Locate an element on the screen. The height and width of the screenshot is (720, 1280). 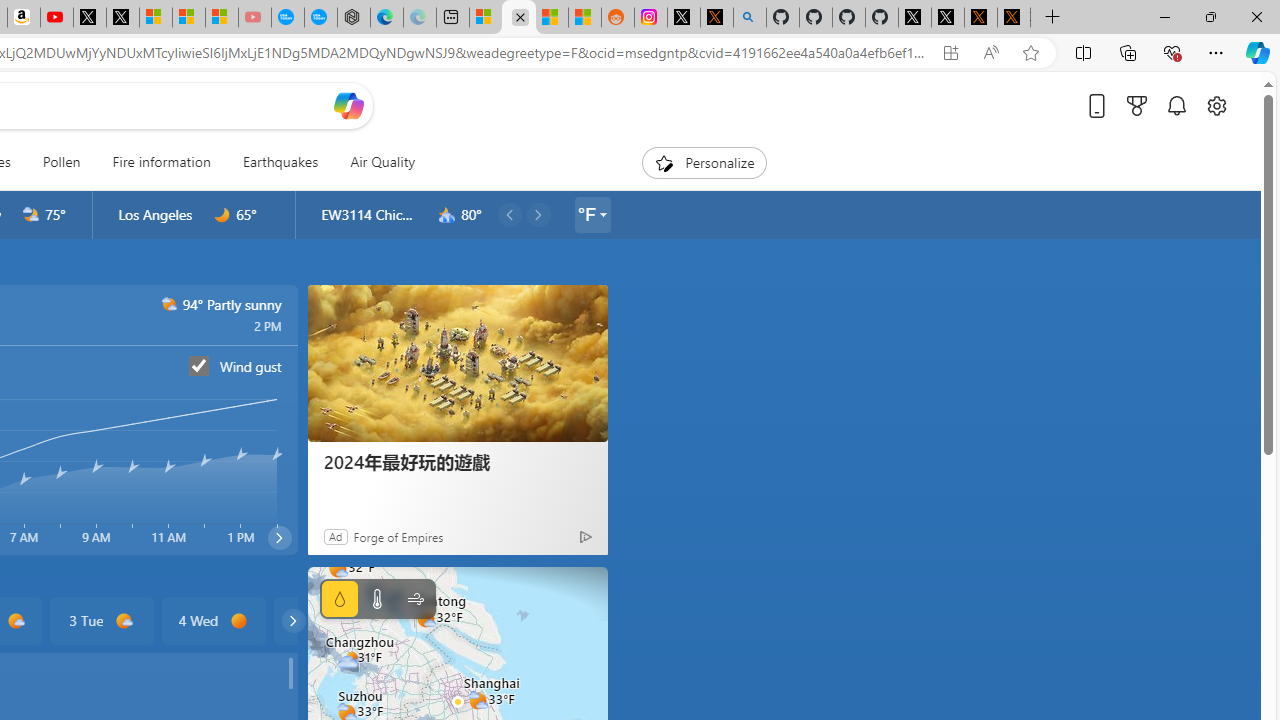
'Opinion: Op-Ed and Commentary - USA TODAY' is located at coordinates (287, 17).